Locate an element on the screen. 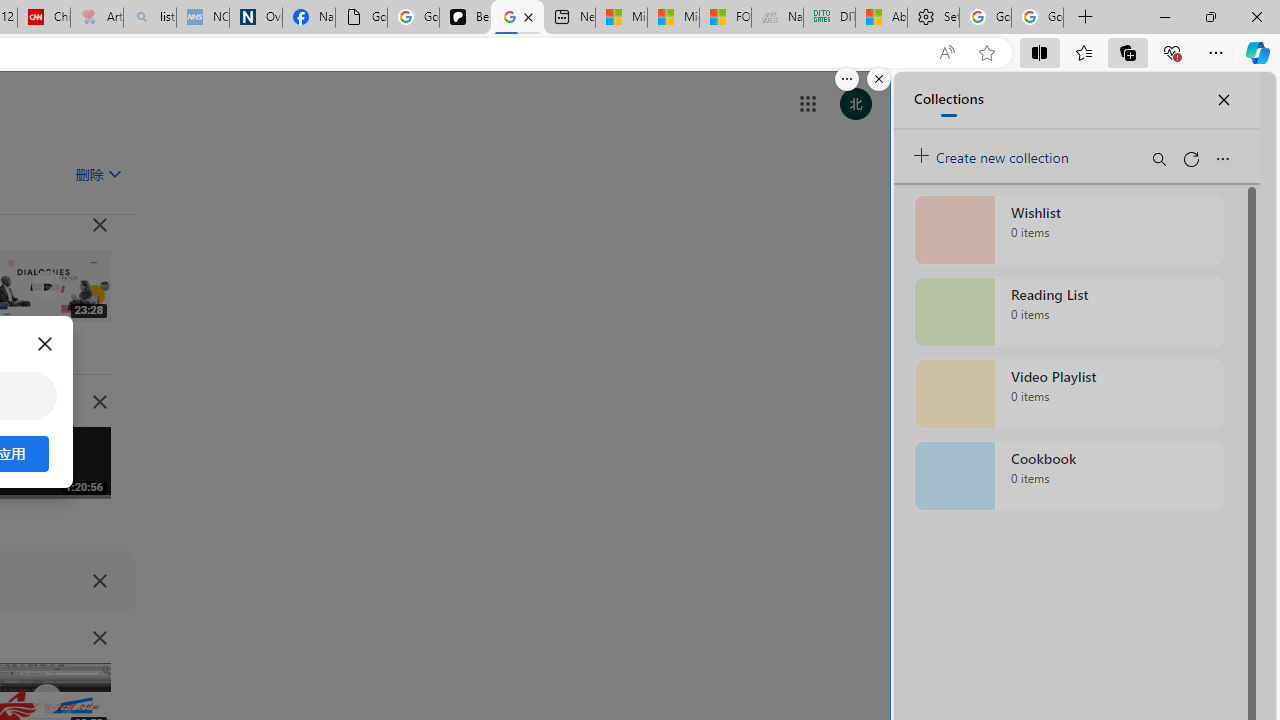  'FOX News - MSN' is located at coordinates (724, 17).